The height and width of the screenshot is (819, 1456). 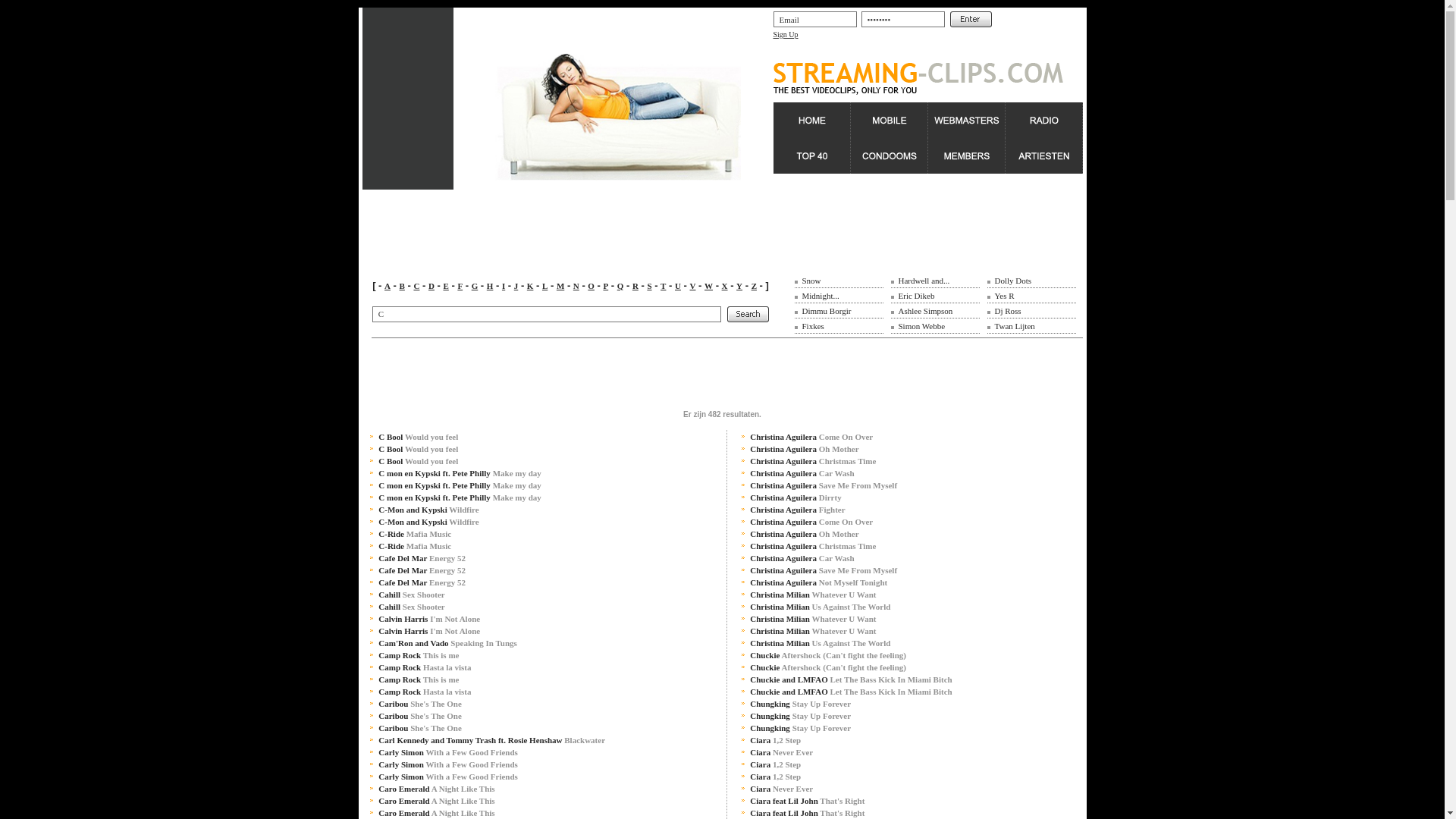 I want to click on 'Yes R', so click(x=994, y=295).